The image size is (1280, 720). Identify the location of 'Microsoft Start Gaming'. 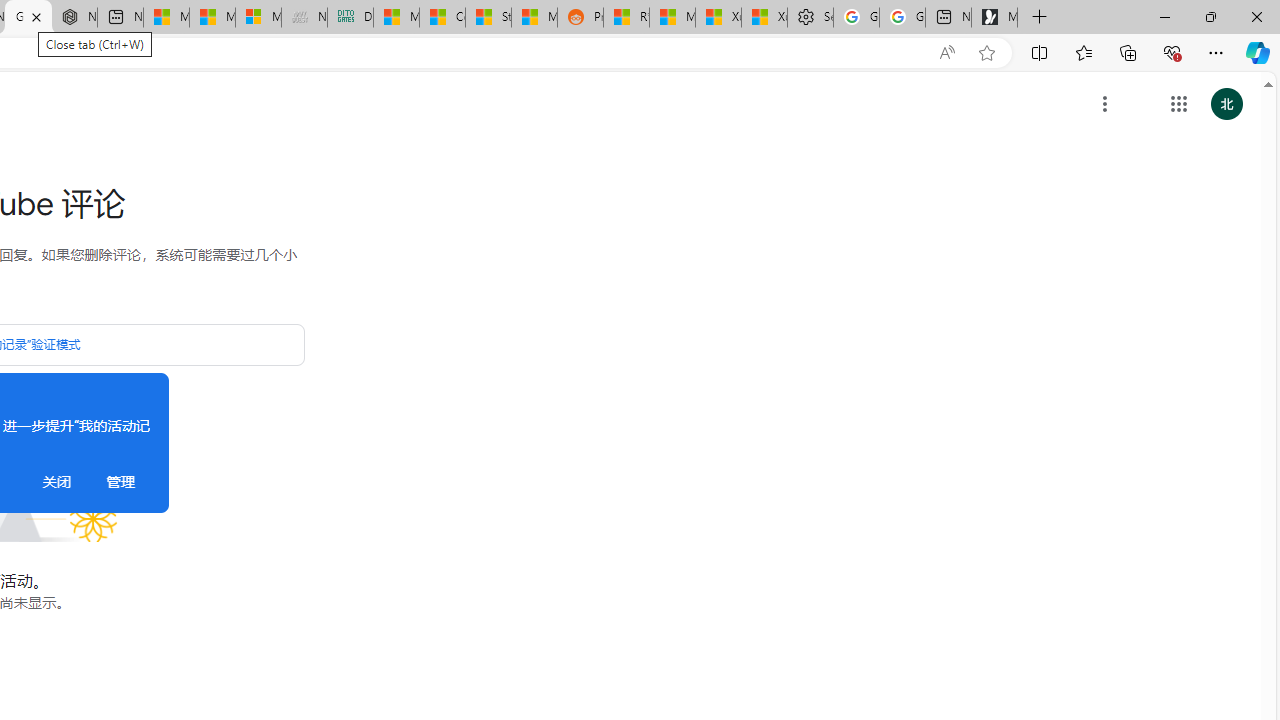
(994, 17).